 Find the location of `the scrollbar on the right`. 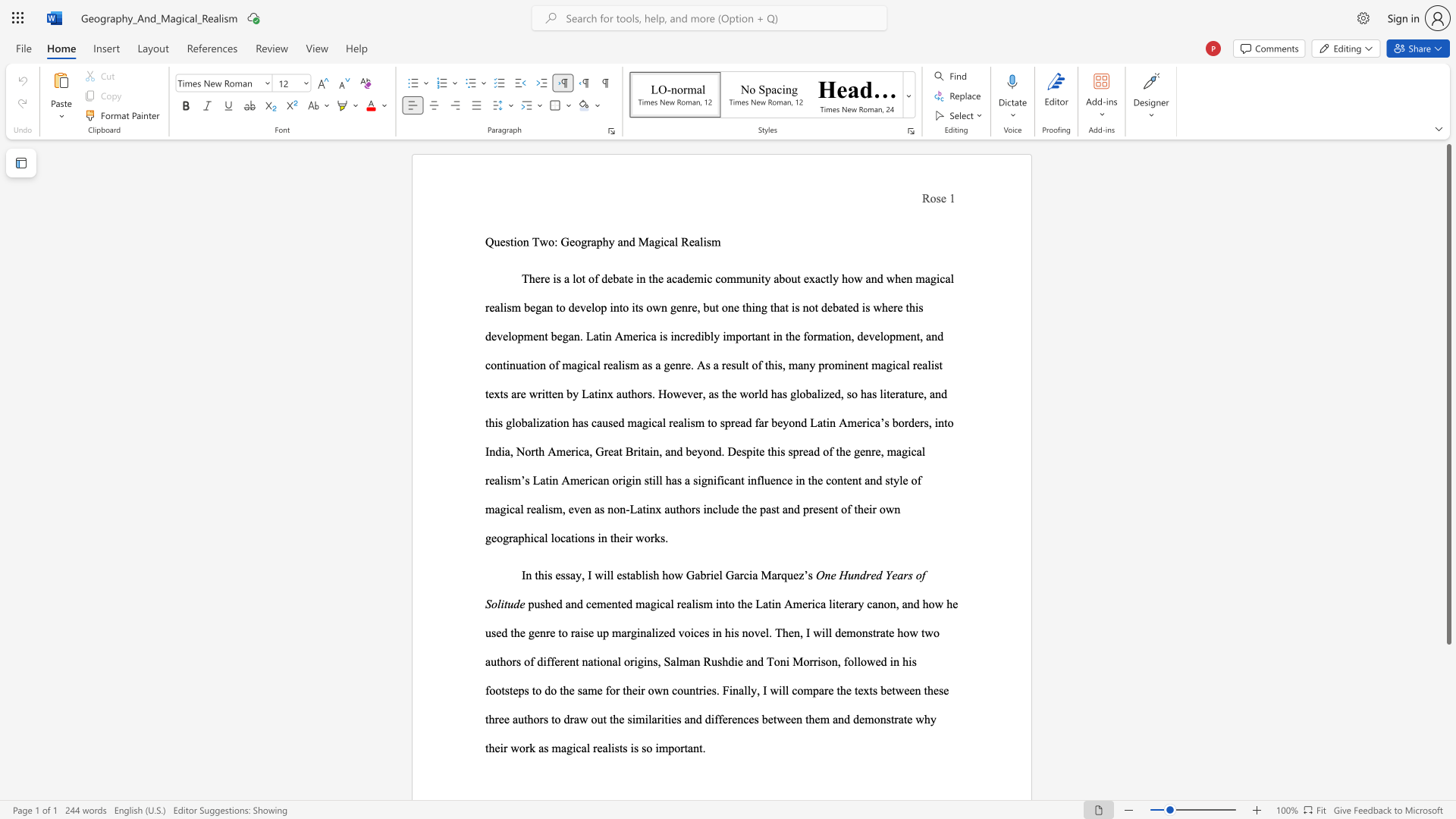

the scrollbar on the right is located at coordinates (1448, 758).